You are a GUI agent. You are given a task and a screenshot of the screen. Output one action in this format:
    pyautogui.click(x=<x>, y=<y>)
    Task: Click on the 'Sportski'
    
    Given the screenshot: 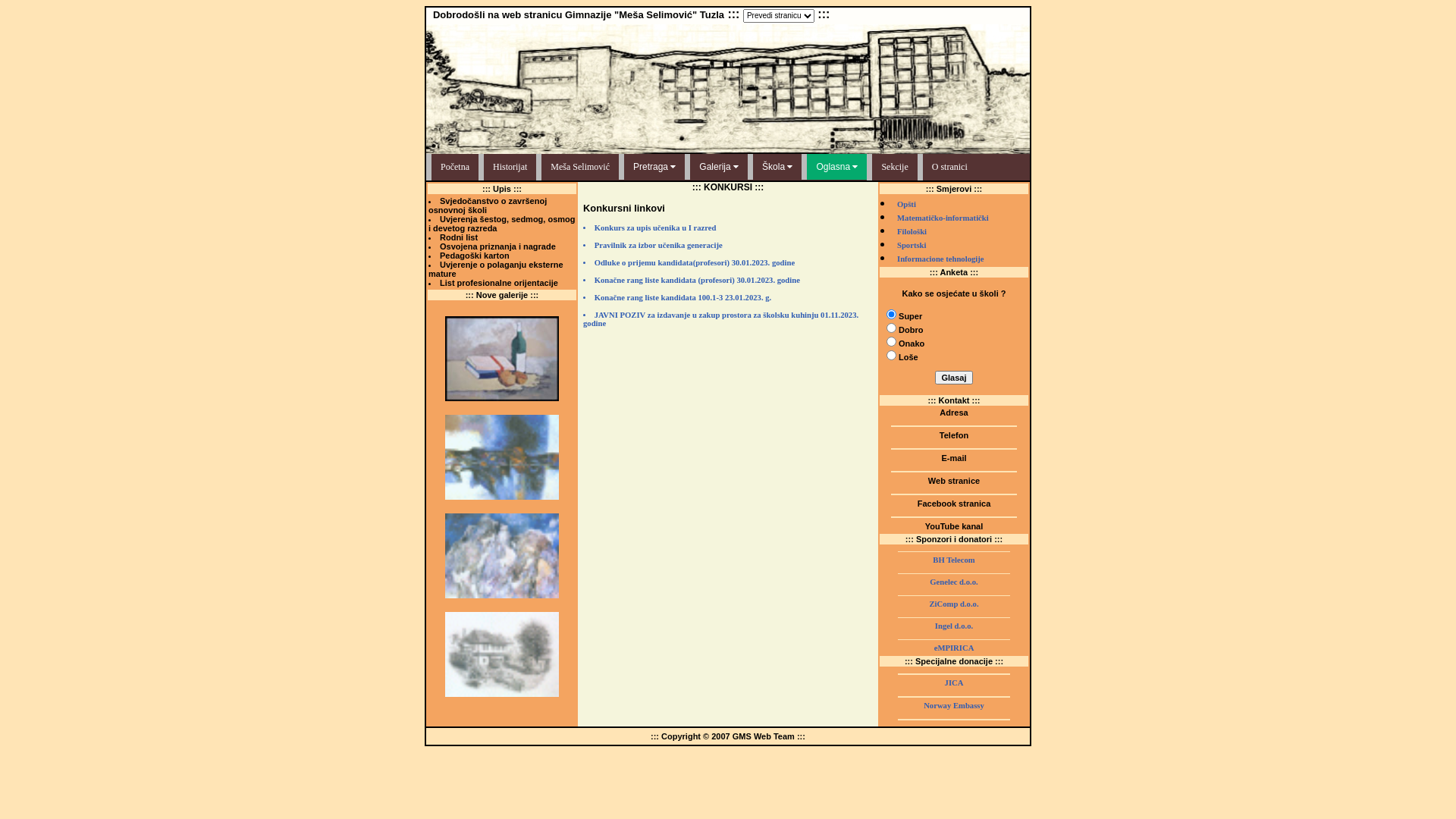 What is the action you would take?
    pyautogui.click(x=911, y=244)
    